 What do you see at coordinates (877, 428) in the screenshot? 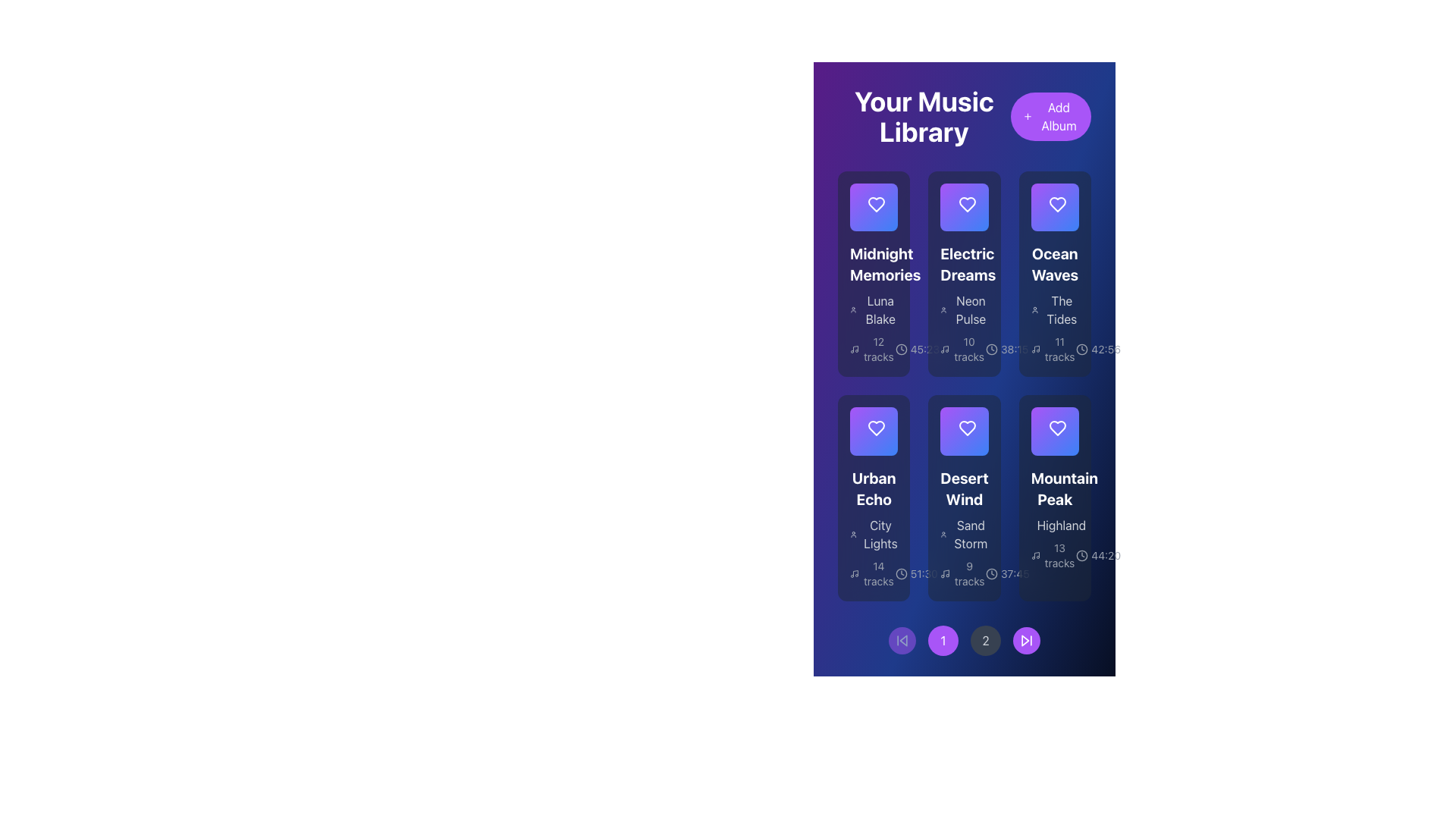
I see `the favorite/unfavorite icon located at the top-center of the 'Urban Echo' album card` at bounding box center [877, 428].